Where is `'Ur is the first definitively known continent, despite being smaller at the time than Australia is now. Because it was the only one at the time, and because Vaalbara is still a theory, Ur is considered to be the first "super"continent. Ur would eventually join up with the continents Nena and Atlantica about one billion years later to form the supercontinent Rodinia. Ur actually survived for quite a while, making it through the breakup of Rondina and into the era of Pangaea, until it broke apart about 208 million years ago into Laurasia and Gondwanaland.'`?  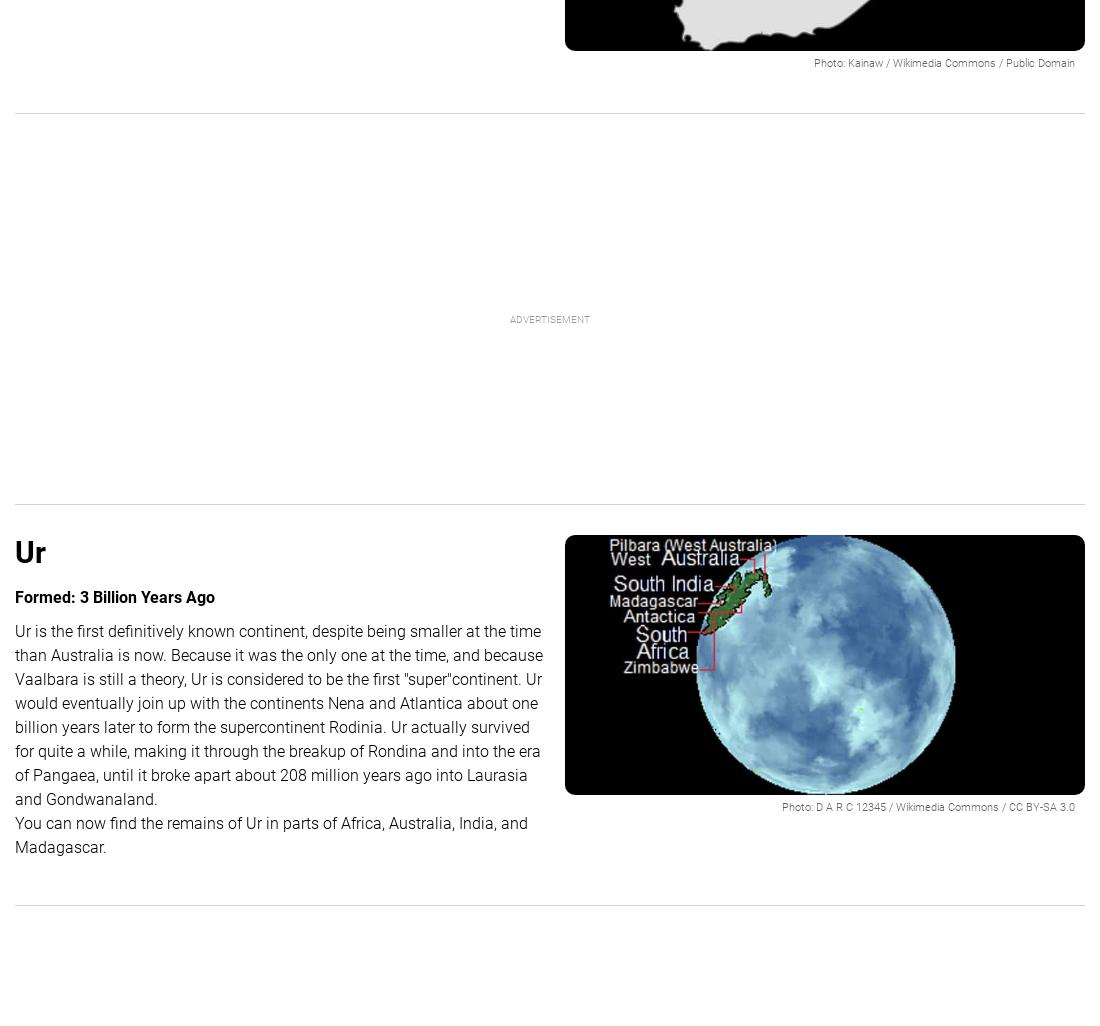
'Ur is the first definitively known continent, despite being smaller at the time than Australia is now. Because it was the only one at the time, and because Vaalbara is still a theory, Ur is considered to be the first "super"continent. Ur would eventually join up with the continents Nena and Atlantica about one billion years later to form the supercontinent Rodinia. Ur actually survived for quite a while, making it through the breakup of Rondina and into the era of Pangaea, until it broke apart about 208 million years ago into Laurasia and Gondwanaland.' is located at coordinates (277, 713).